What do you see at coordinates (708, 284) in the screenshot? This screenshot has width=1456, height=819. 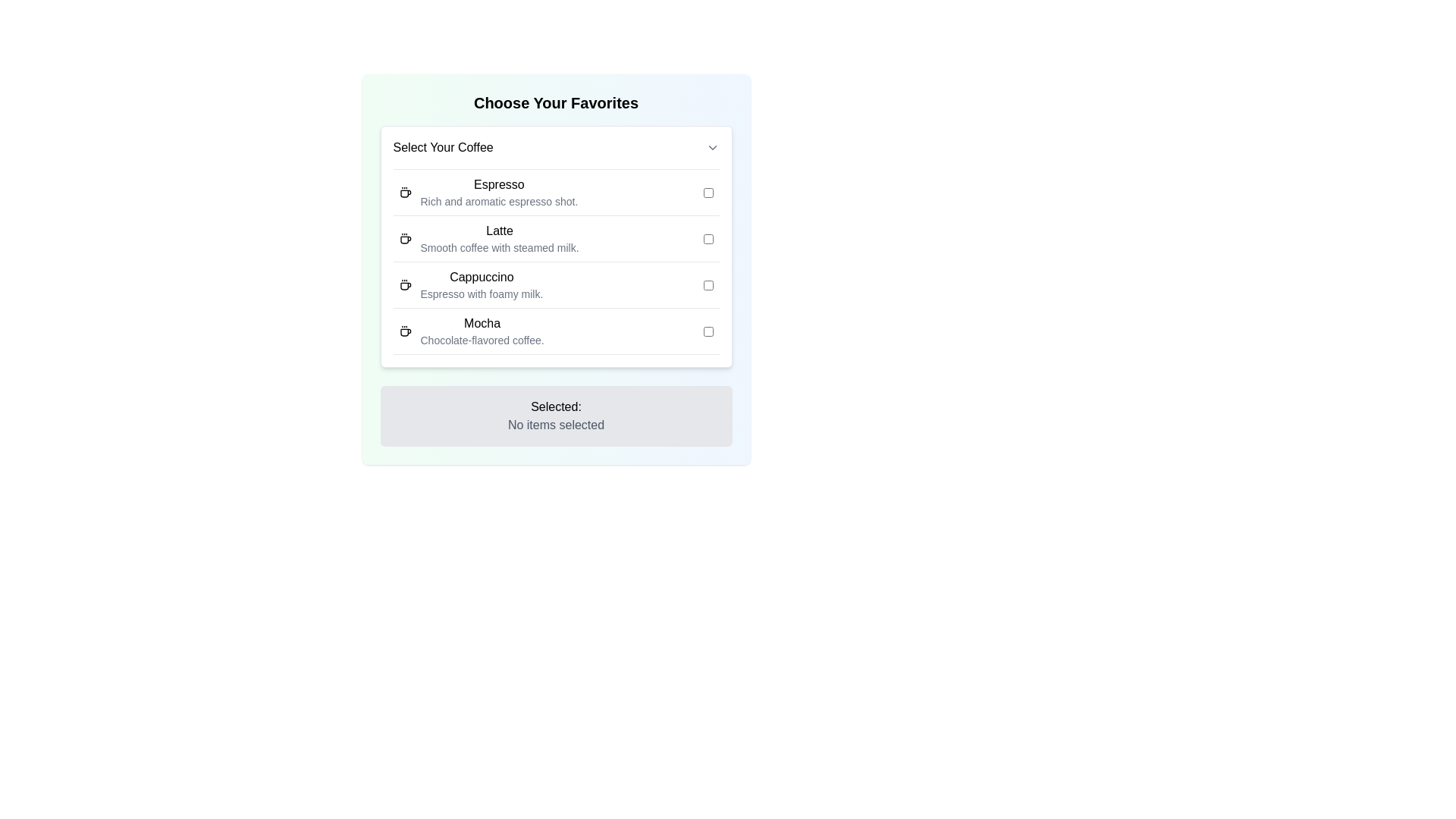 I see `the checkbox located to the right of the text 'Cappuccino Espresso with foamy milk.'` at bounding box center [708, 284].